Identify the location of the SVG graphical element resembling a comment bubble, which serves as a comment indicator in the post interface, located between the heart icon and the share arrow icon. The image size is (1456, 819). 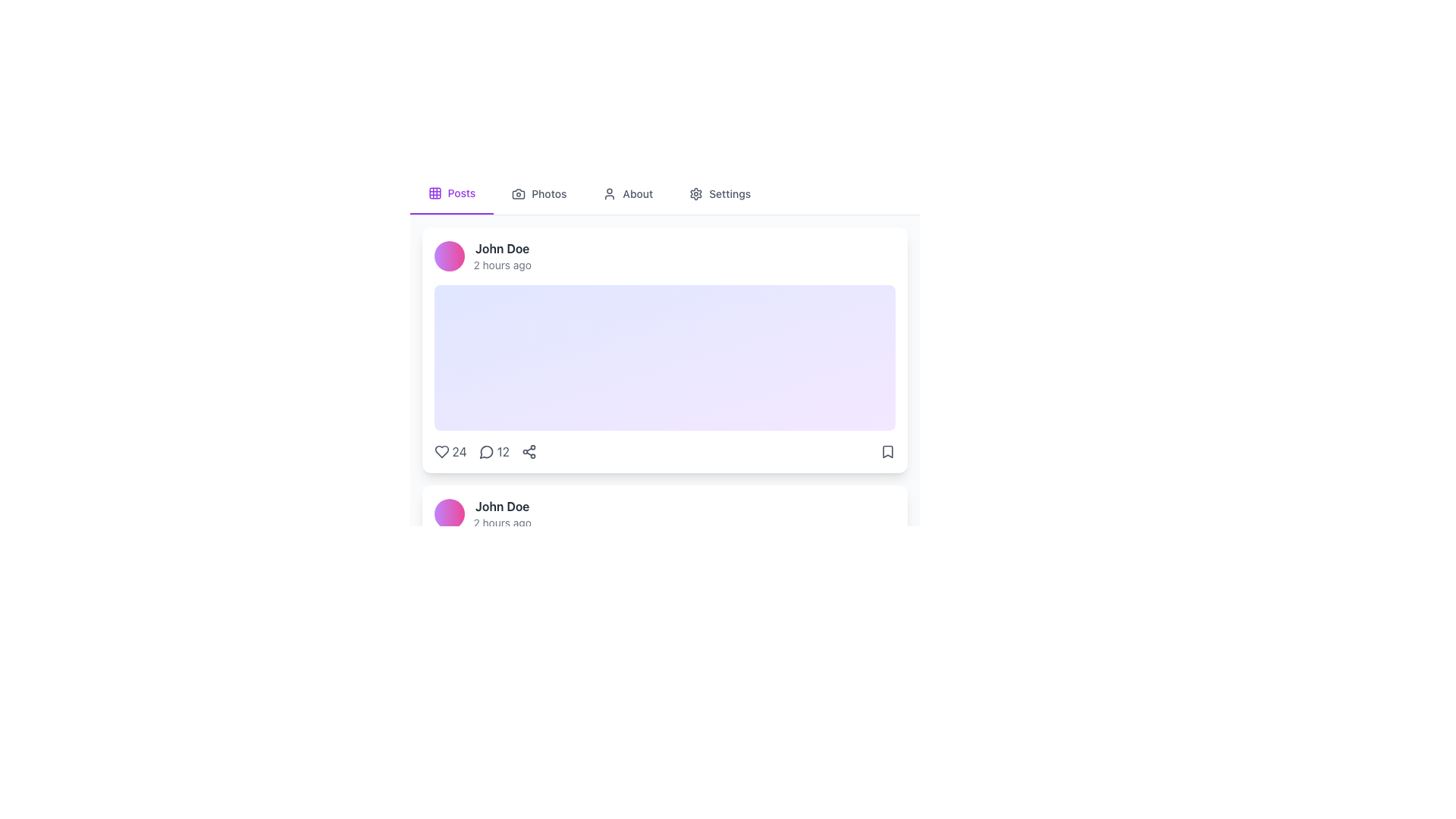
(486, 451).